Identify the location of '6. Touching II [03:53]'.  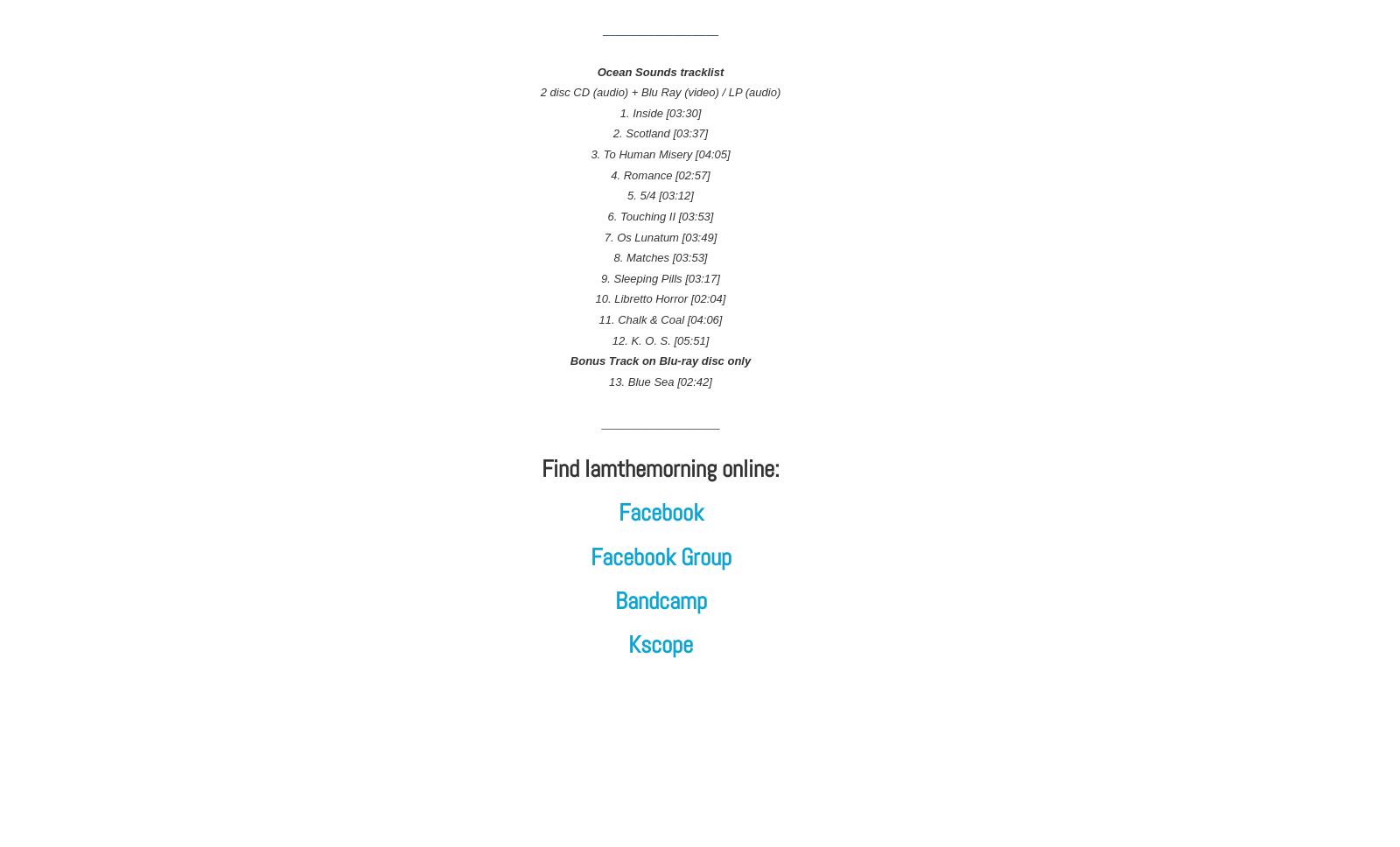
(660, 215).